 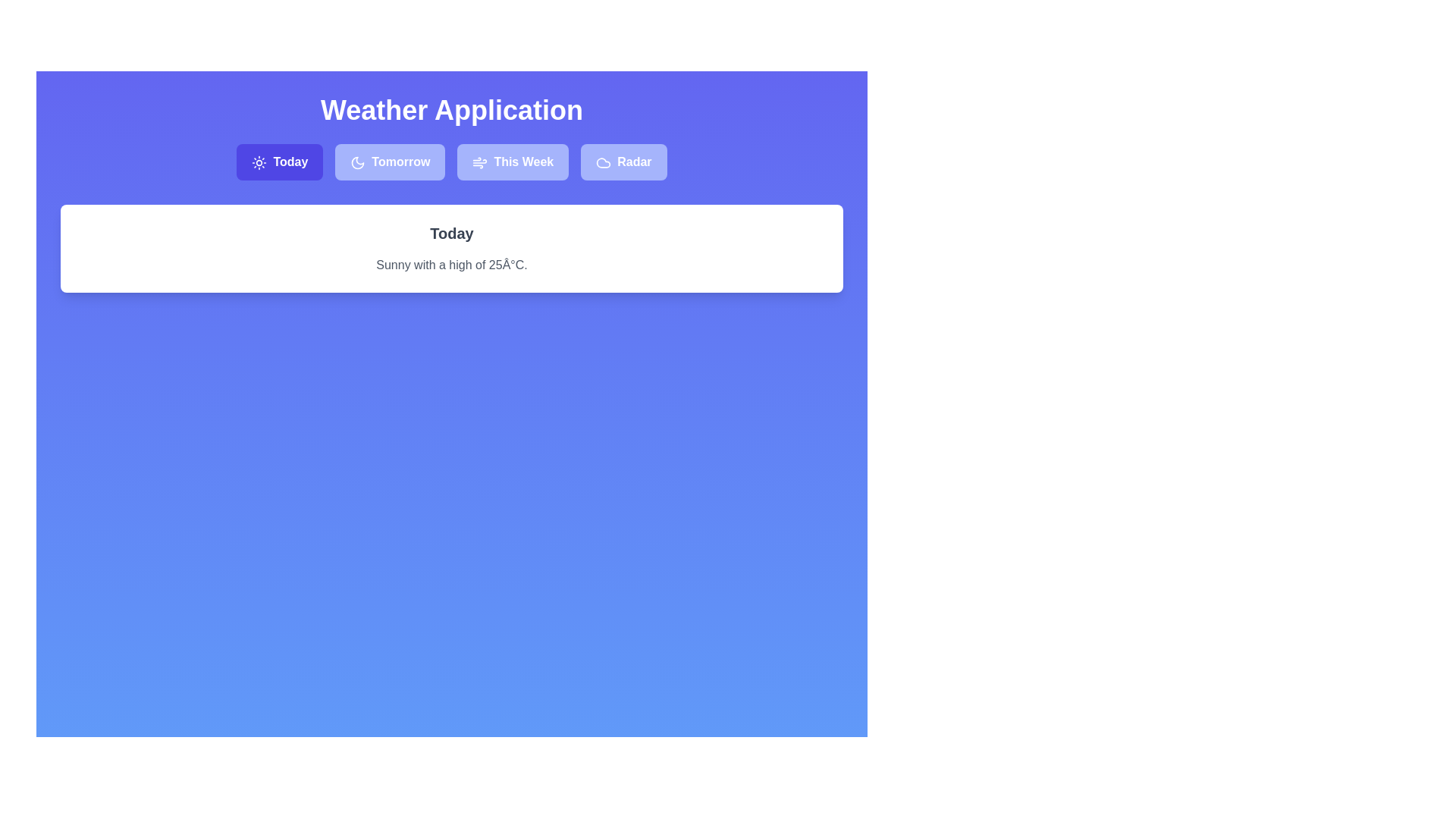 I want to click on the This Week tab by clicking on its button, so click(x=513, y=162).